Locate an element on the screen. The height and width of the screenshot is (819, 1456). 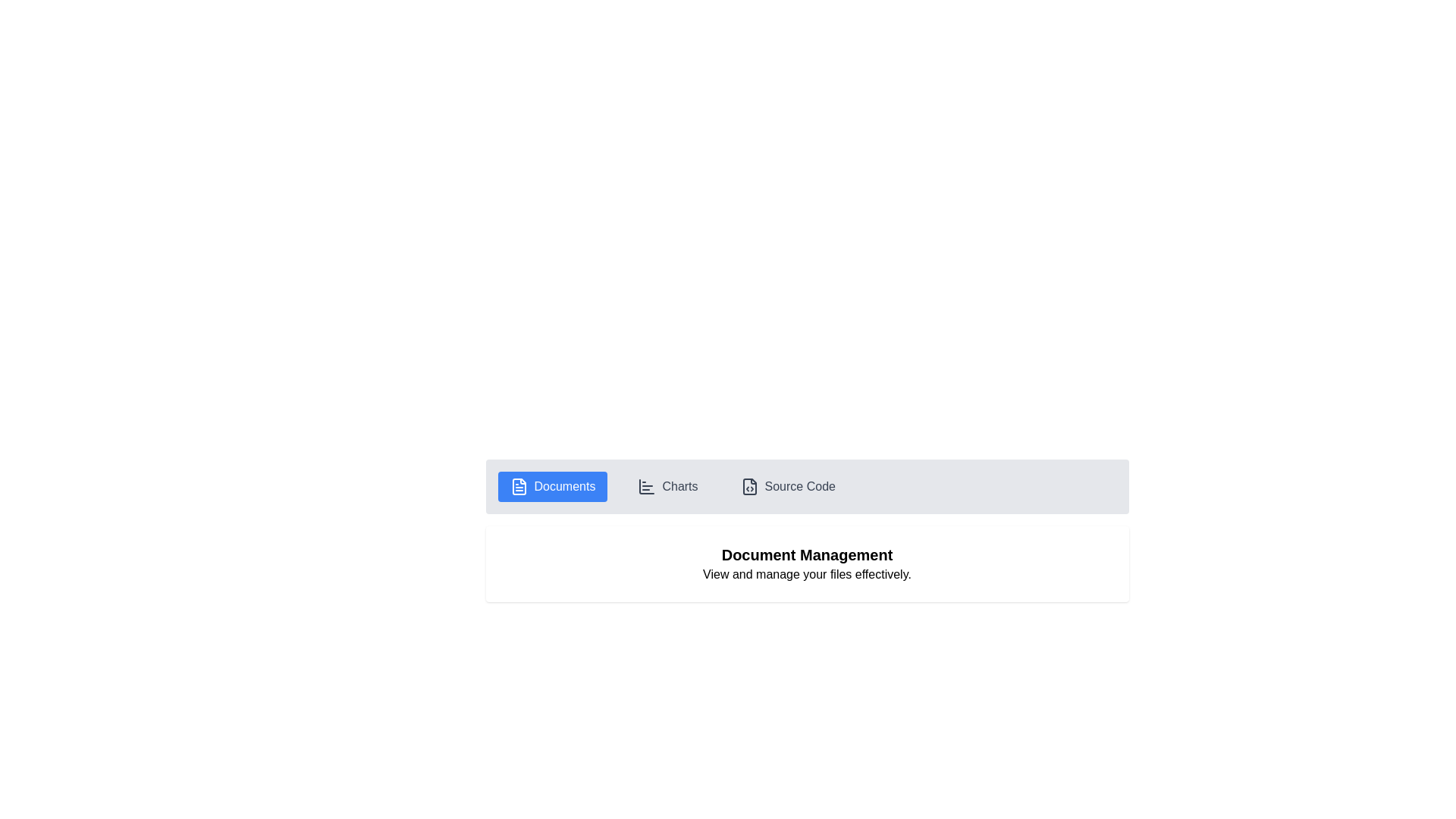
the bold, large-sized static text label 'Document Management' that is centrally aligned above the smaller text 'View and manage your files effectively' is located at coordinates (806, 555).